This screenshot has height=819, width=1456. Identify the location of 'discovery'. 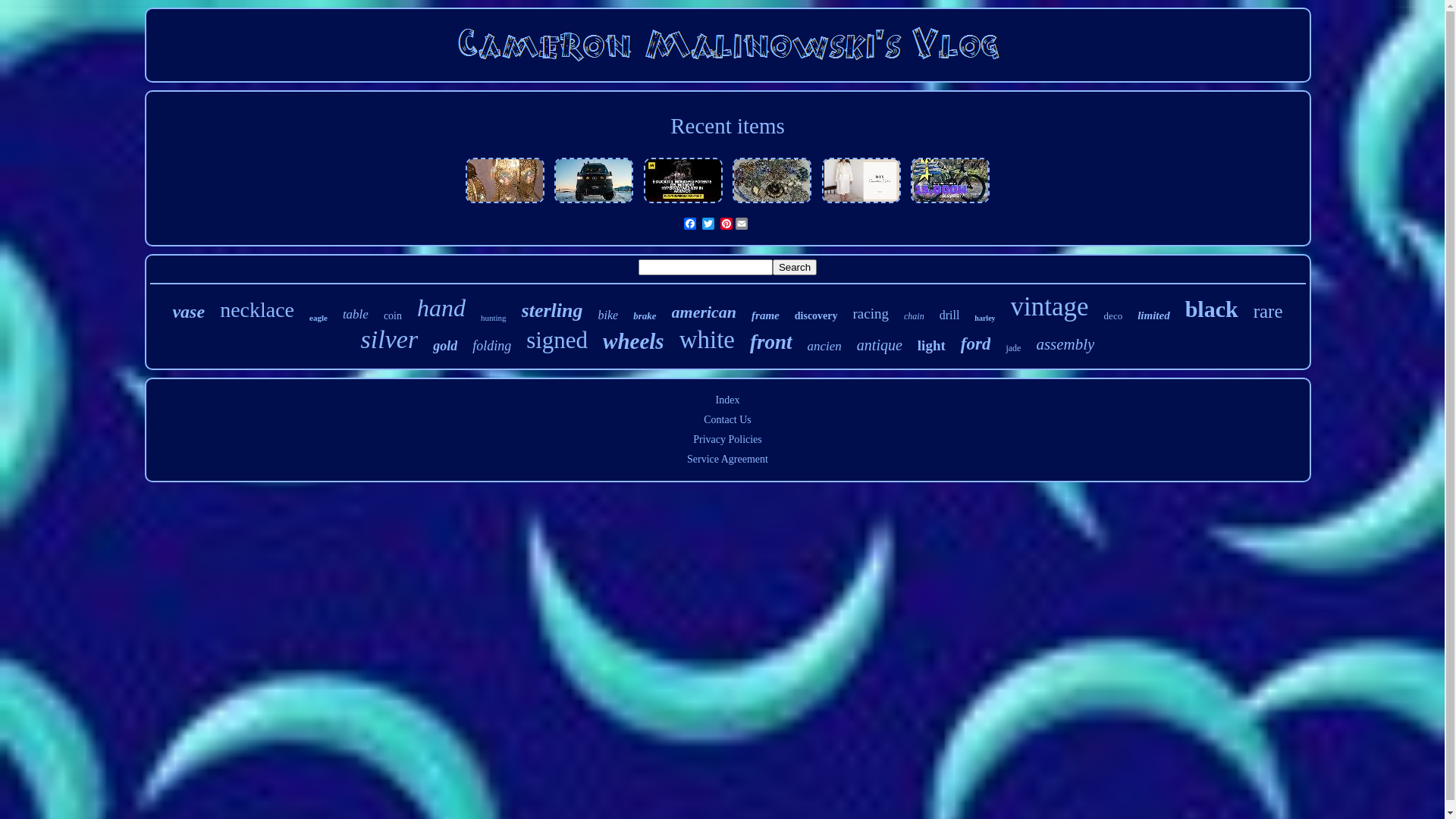
(815, 315).